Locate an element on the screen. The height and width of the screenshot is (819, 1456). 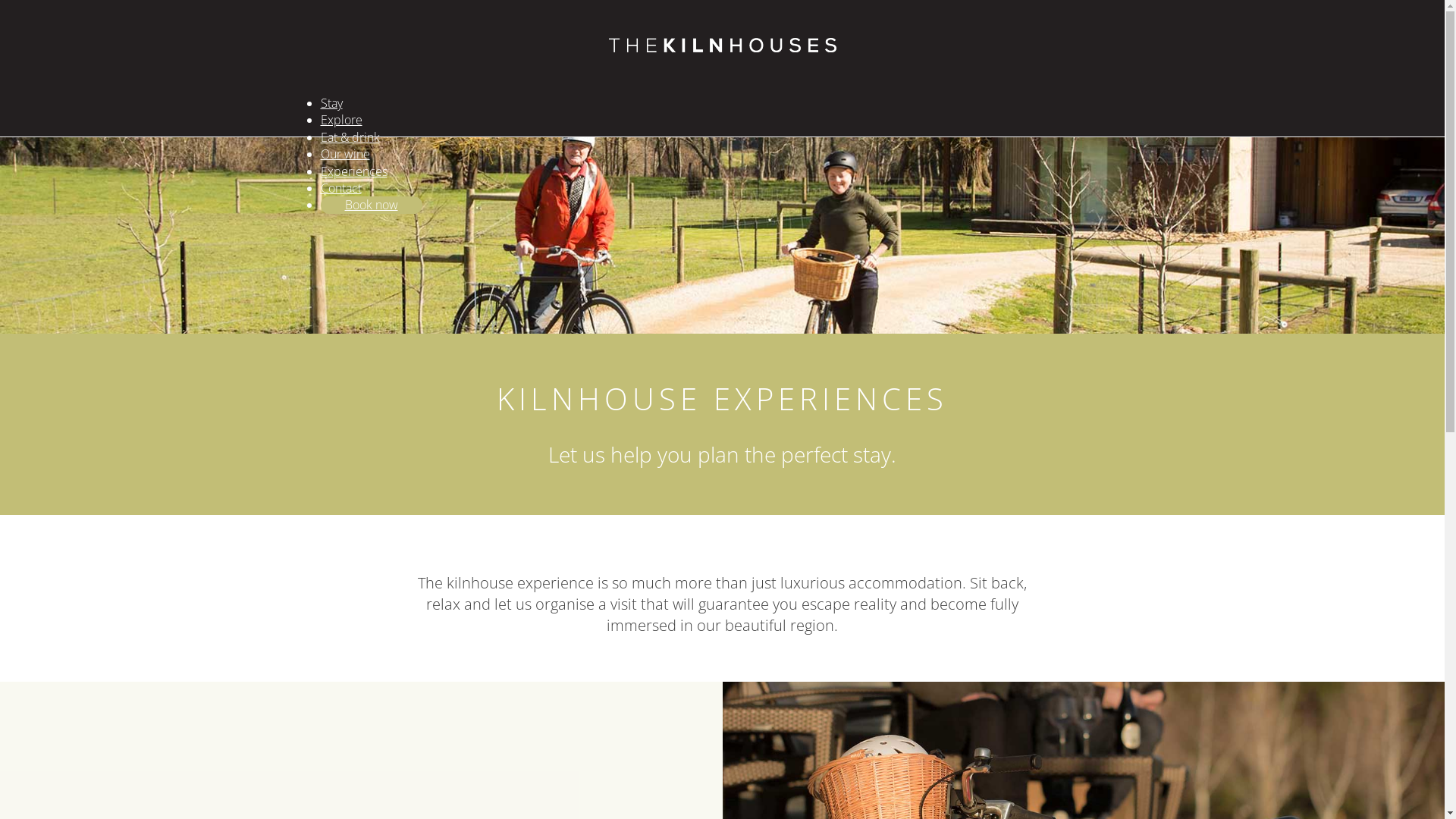
'Experiences' is located at coordinates (352, 171).